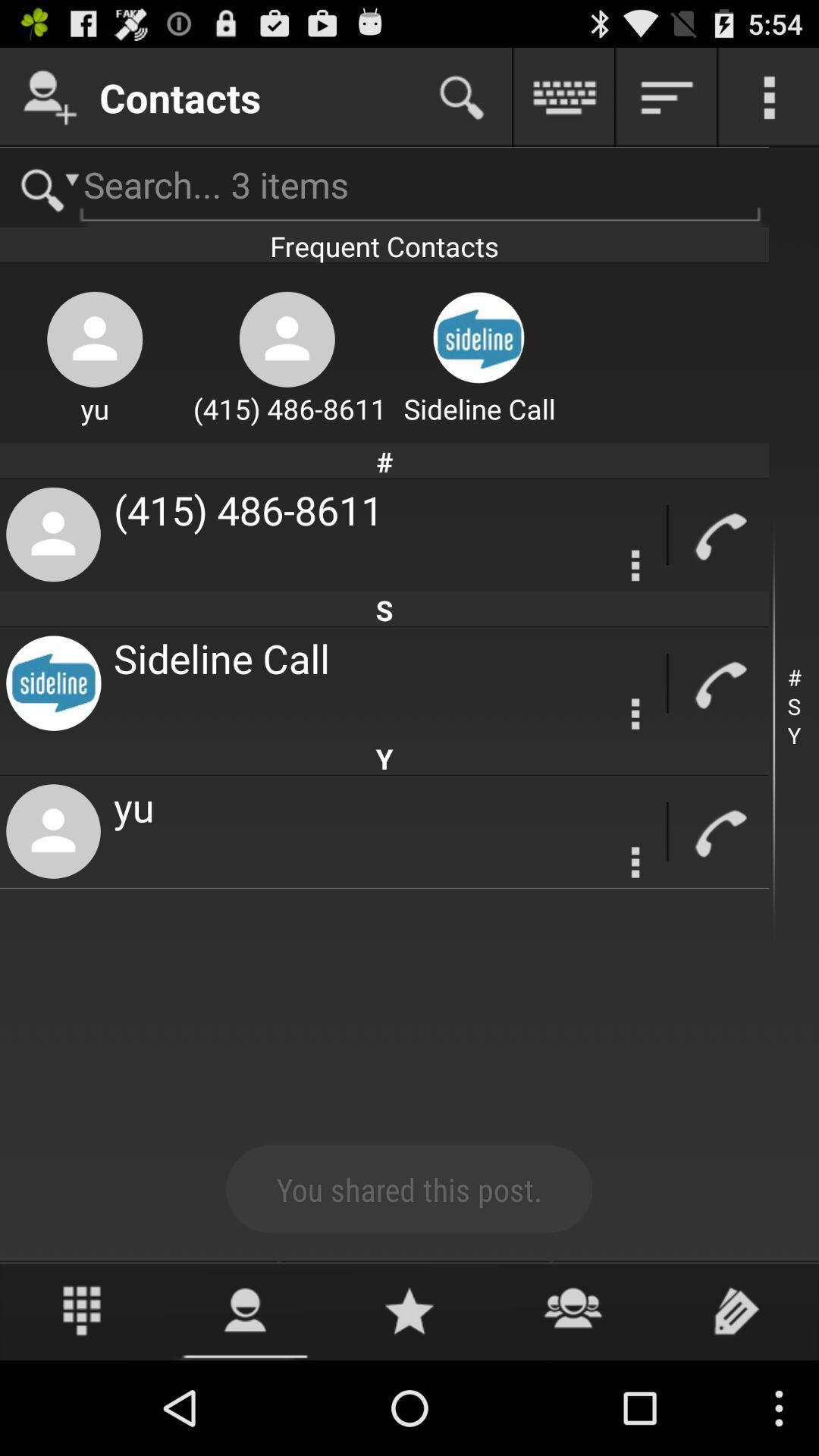 Image resolution: width=819 pixels, height=1456 pixels. I want to click on setting option, so click(635, 564).